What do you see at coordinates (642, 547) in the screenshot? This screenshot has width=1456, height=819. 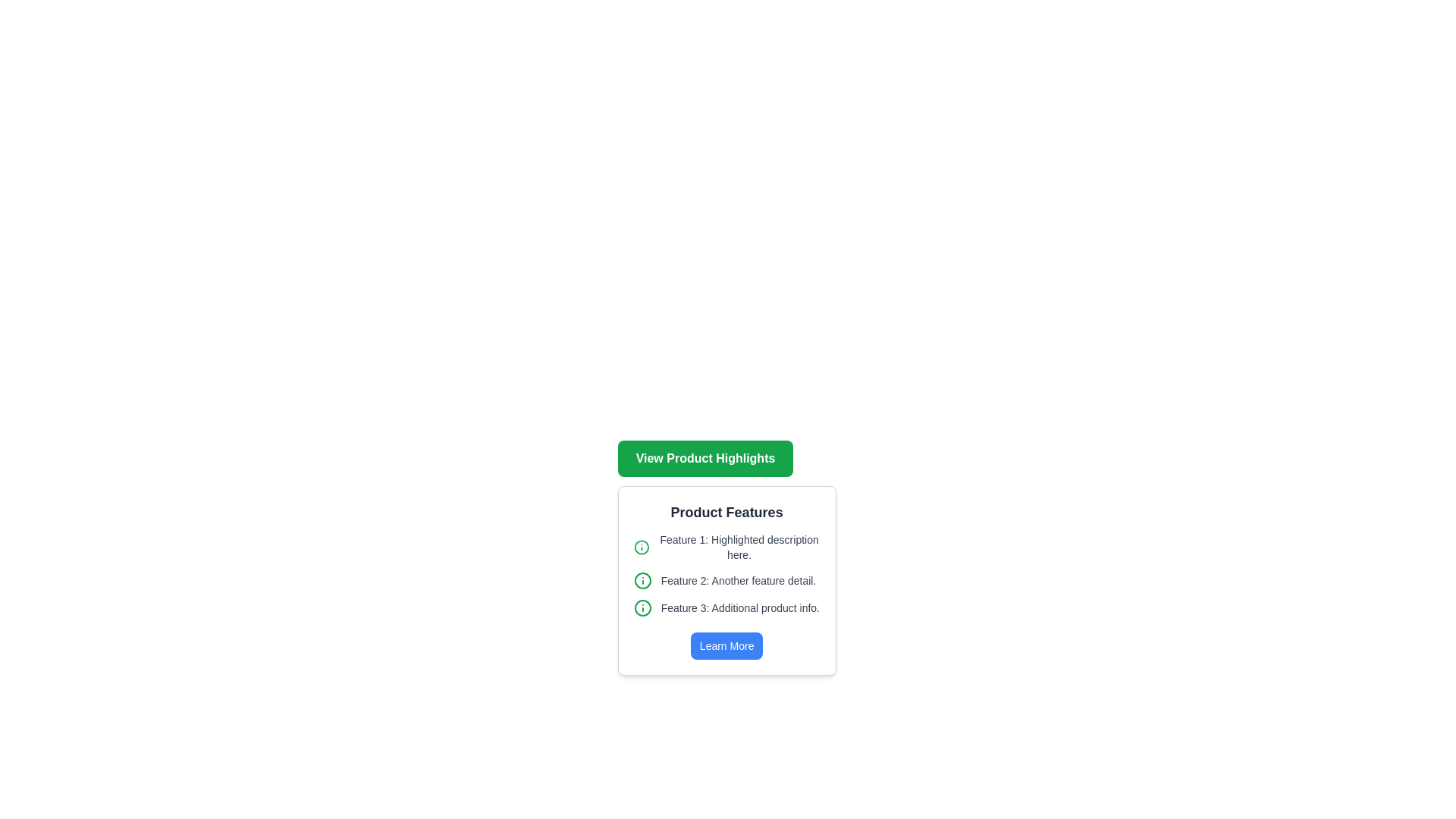 I see `the first icon that serves as a graphical indicator for 'Feature 1: Highlighted description here.'` at bounding box center [642, 547].